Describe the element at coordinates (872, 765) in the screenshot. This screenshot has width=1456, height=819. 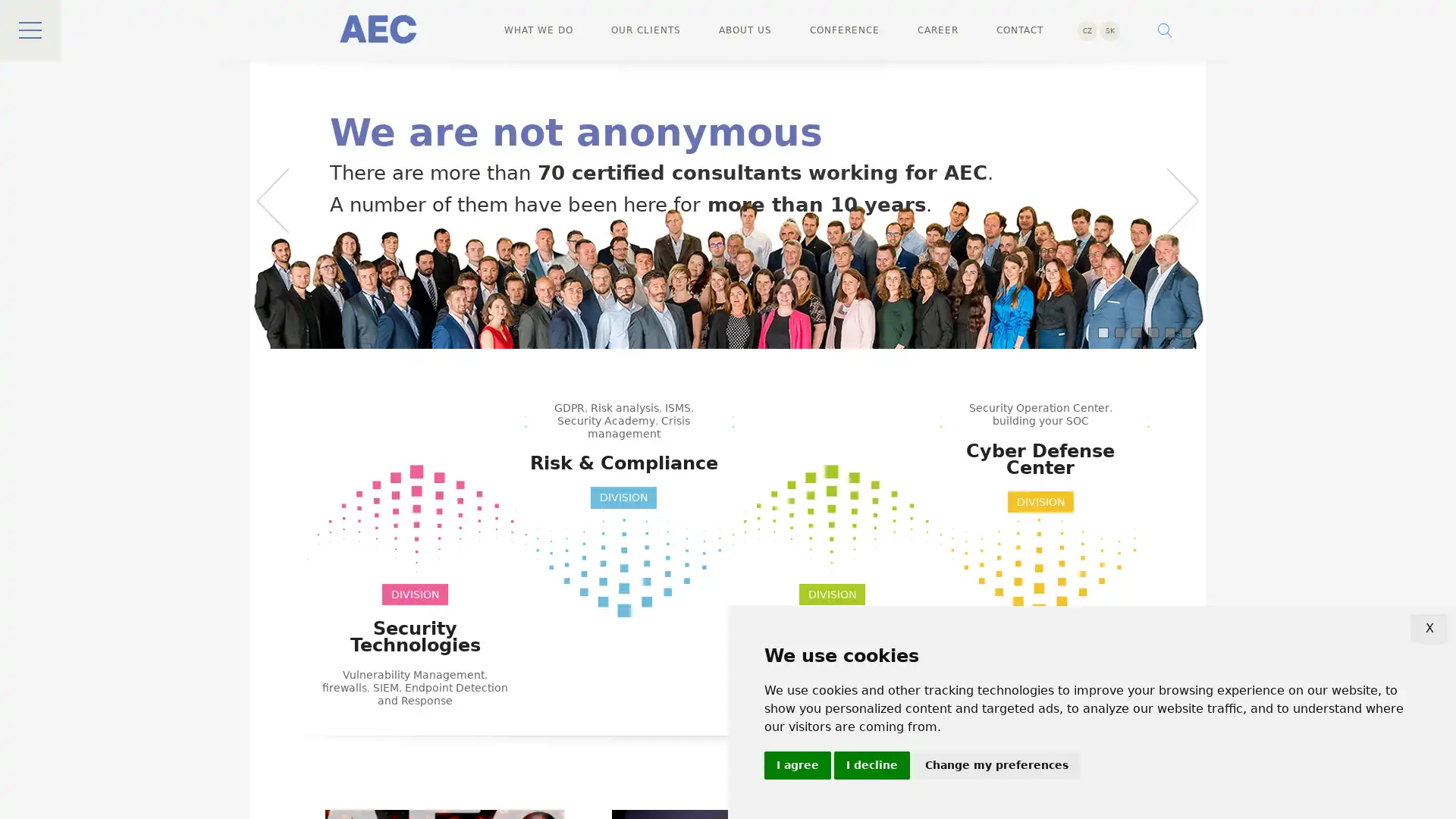
I see `I decline` at that location.